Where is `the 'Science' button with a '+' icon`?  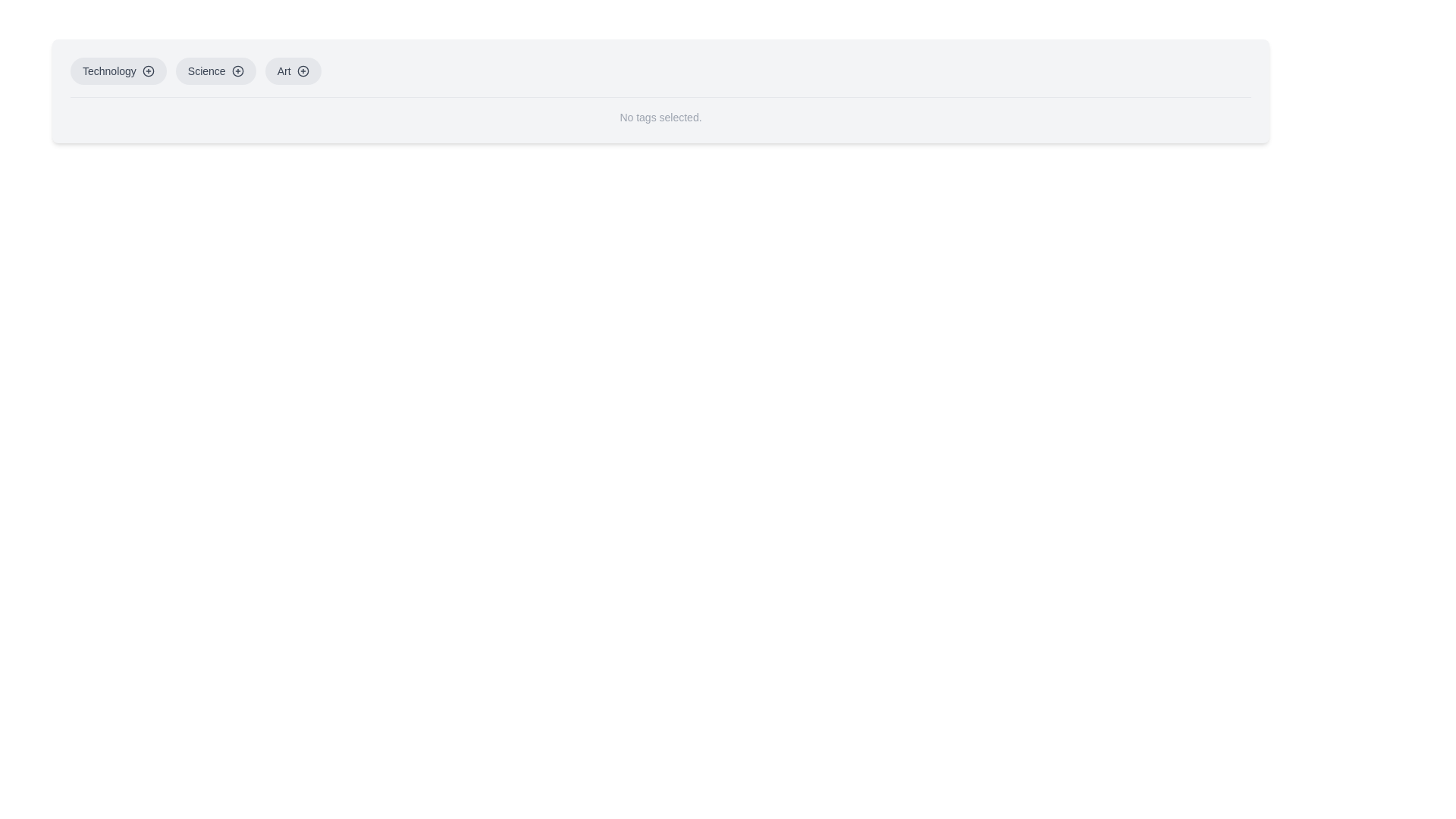 the 'Science' button with a '+' icon is located at coordinates (215, 71).